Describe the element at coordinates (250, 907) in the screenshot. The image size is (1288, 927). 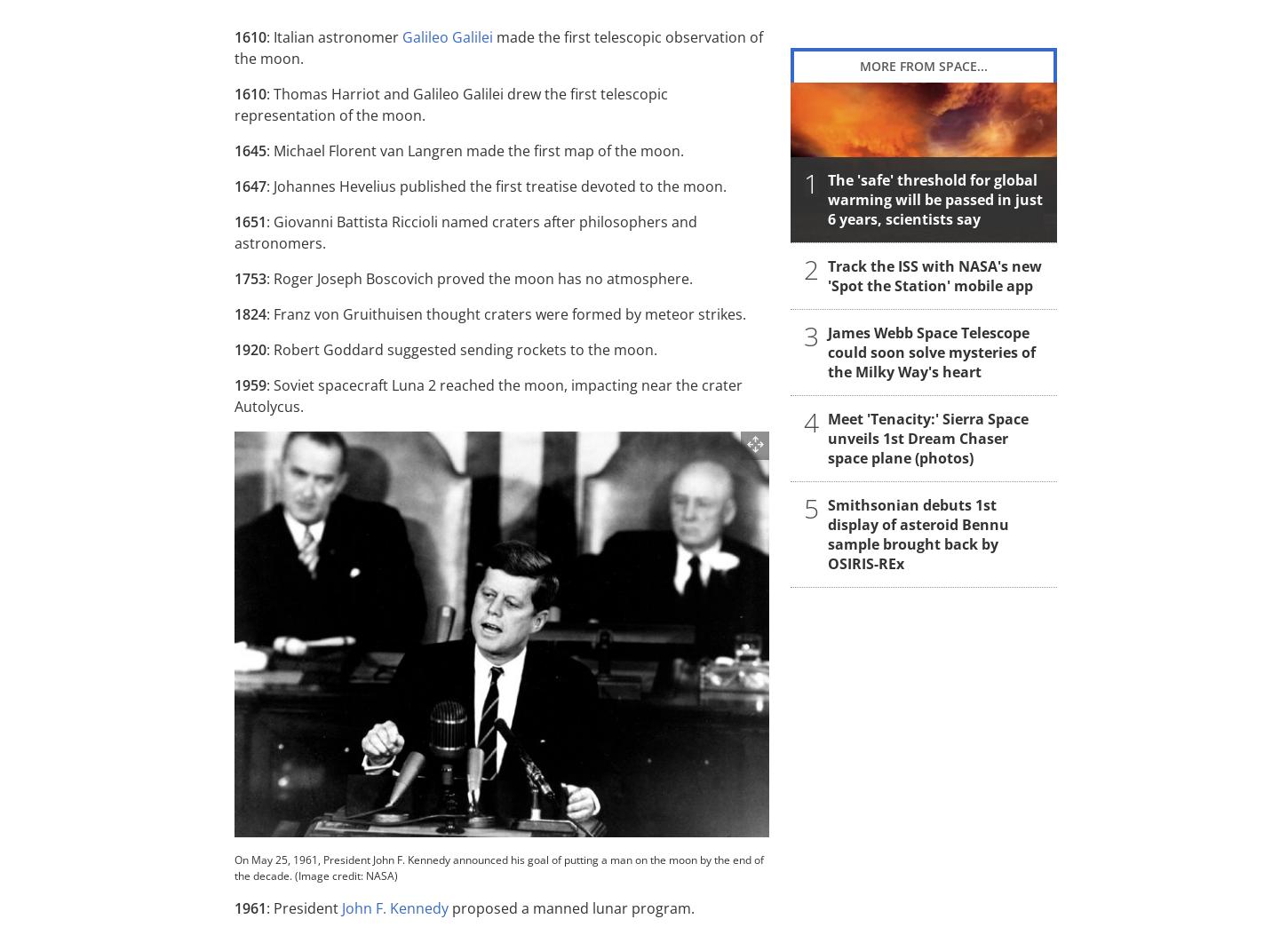
I see `'1961'` at that location.